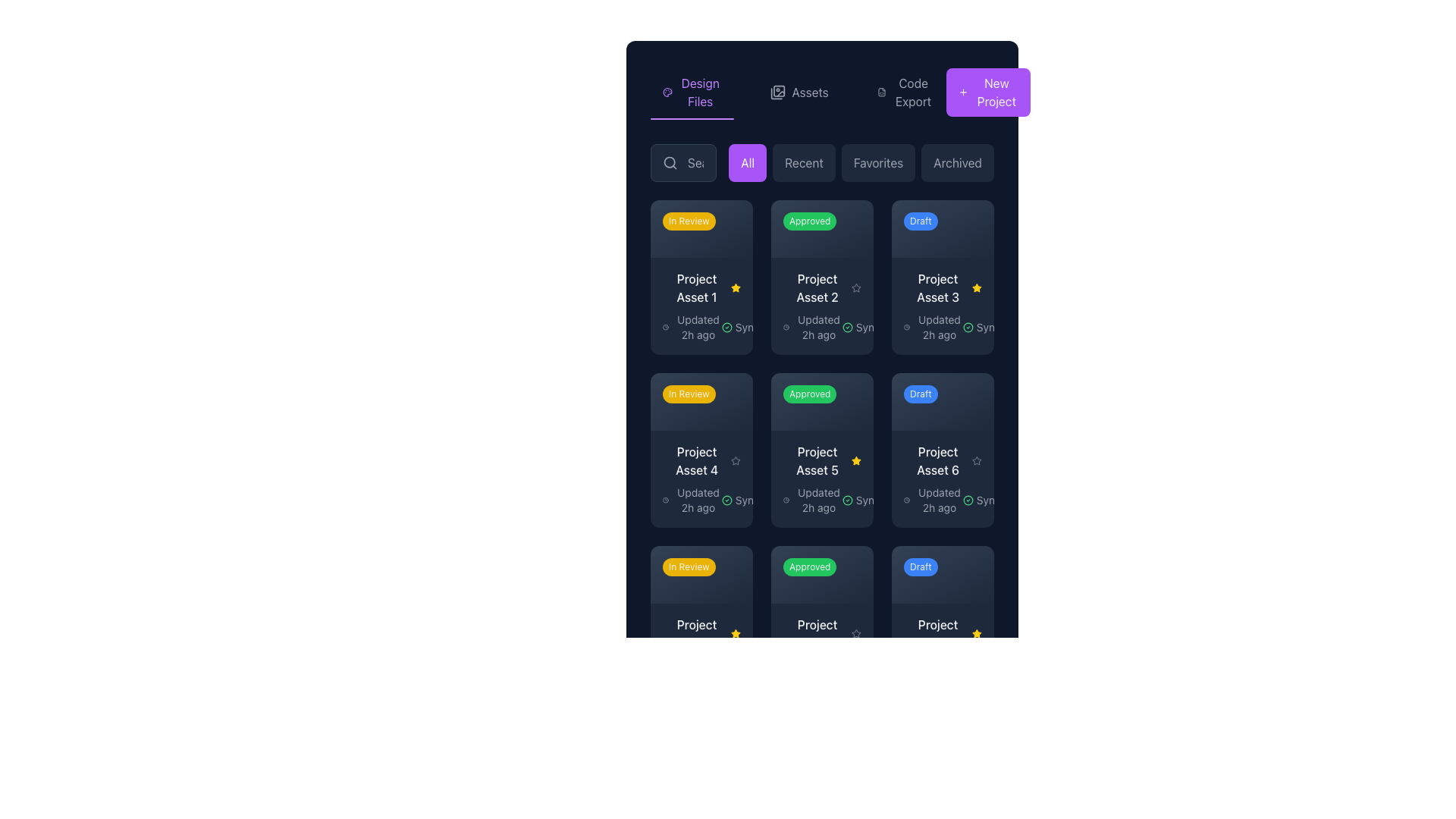  What do you see at coordinates (942, 633) in the screenshot?
I see `the yellow star icon adjacent to the 'Project Asset 9' text label located in the bottom right corner of the grid layout` at bounding box center [942, 633].